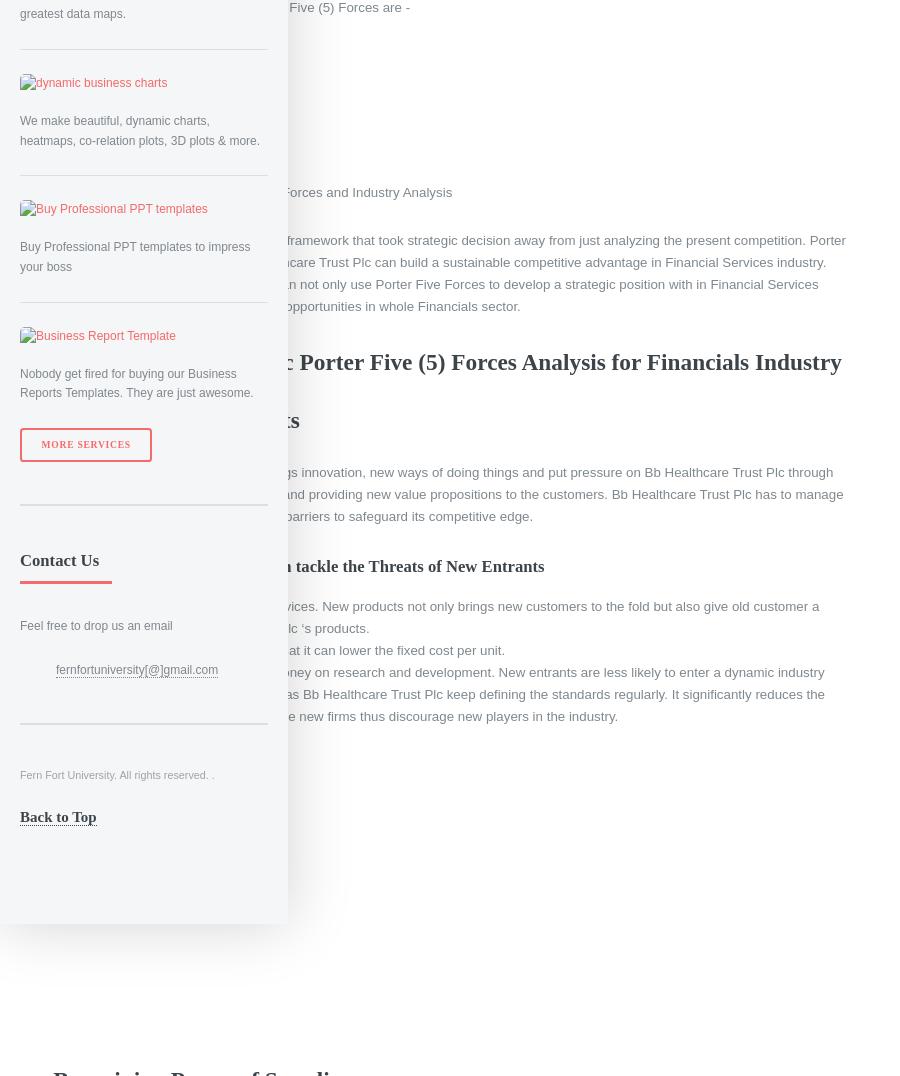 Image resolution: width=900 pixels, height=1076 pixels. What do you see at coordinates (289, 648) in the screenshot?
I see `'By building economies of scale so that it can  lower the fixed cost per unit.'` at bounding box center [289, 648].